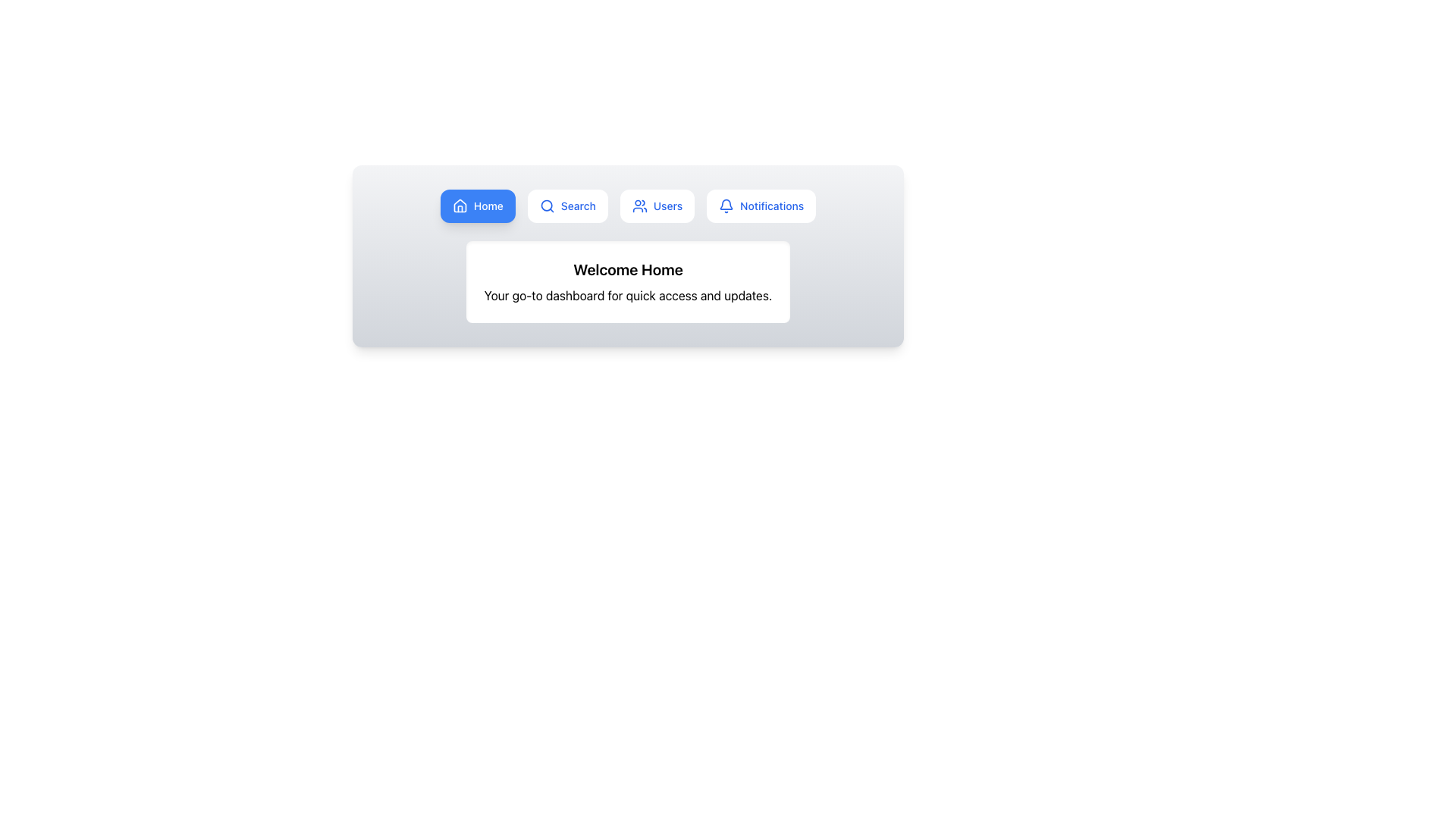 Image resolution: width=1456 pixels, height=819 pixels. I want to click on the central decorative SVG circle within the magnifying glass icon of the 'Search' button in the navigation bar, located immediately to the right of the 'Home' button, so click(546, 206).